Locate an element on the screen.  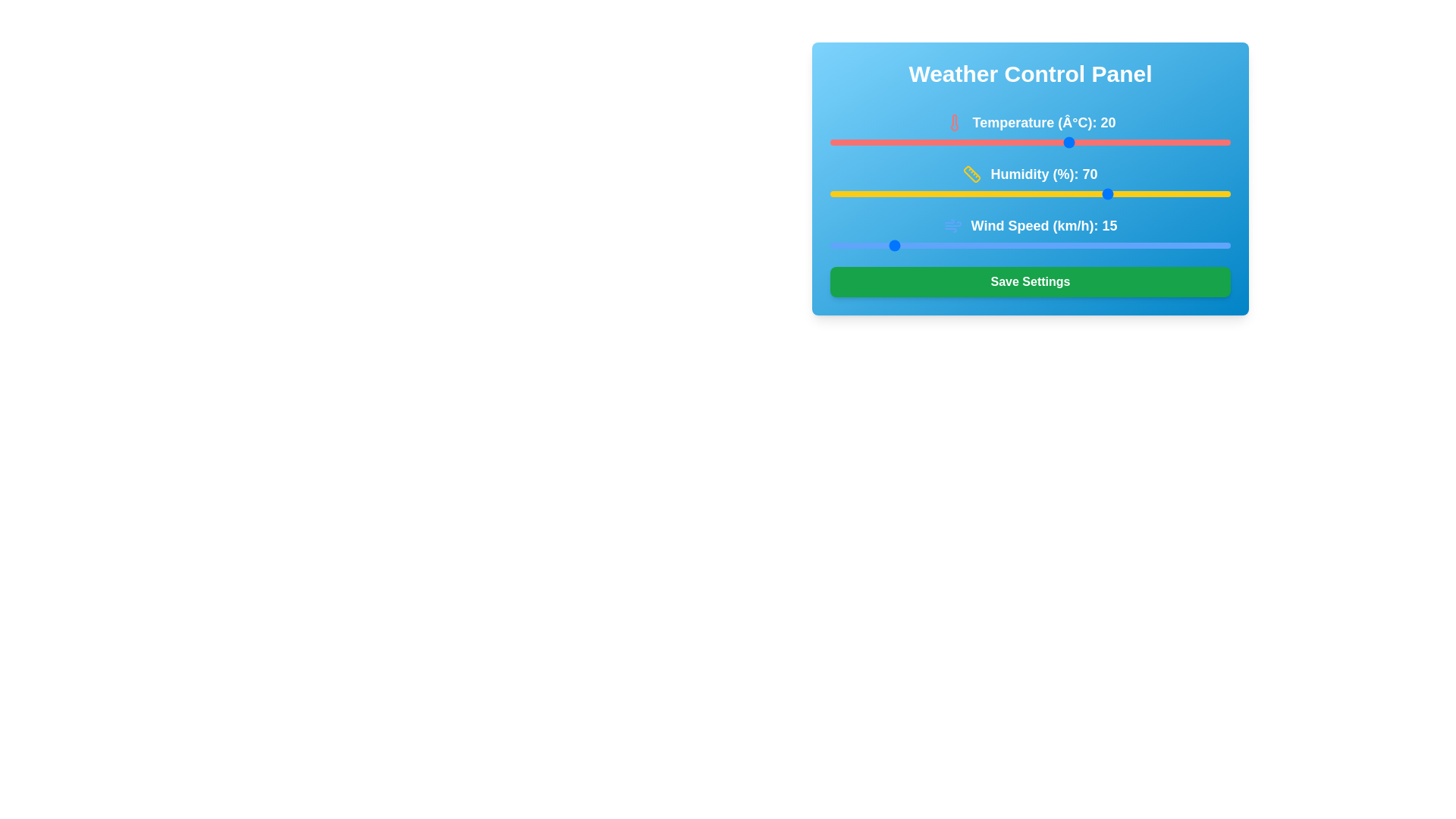
the static text element displaying 'Temperature (°C): 20' with an adjacent red thermometer icon, located at the top left of the 'Weather Control Panel' is located at coordinates (1030, 122).